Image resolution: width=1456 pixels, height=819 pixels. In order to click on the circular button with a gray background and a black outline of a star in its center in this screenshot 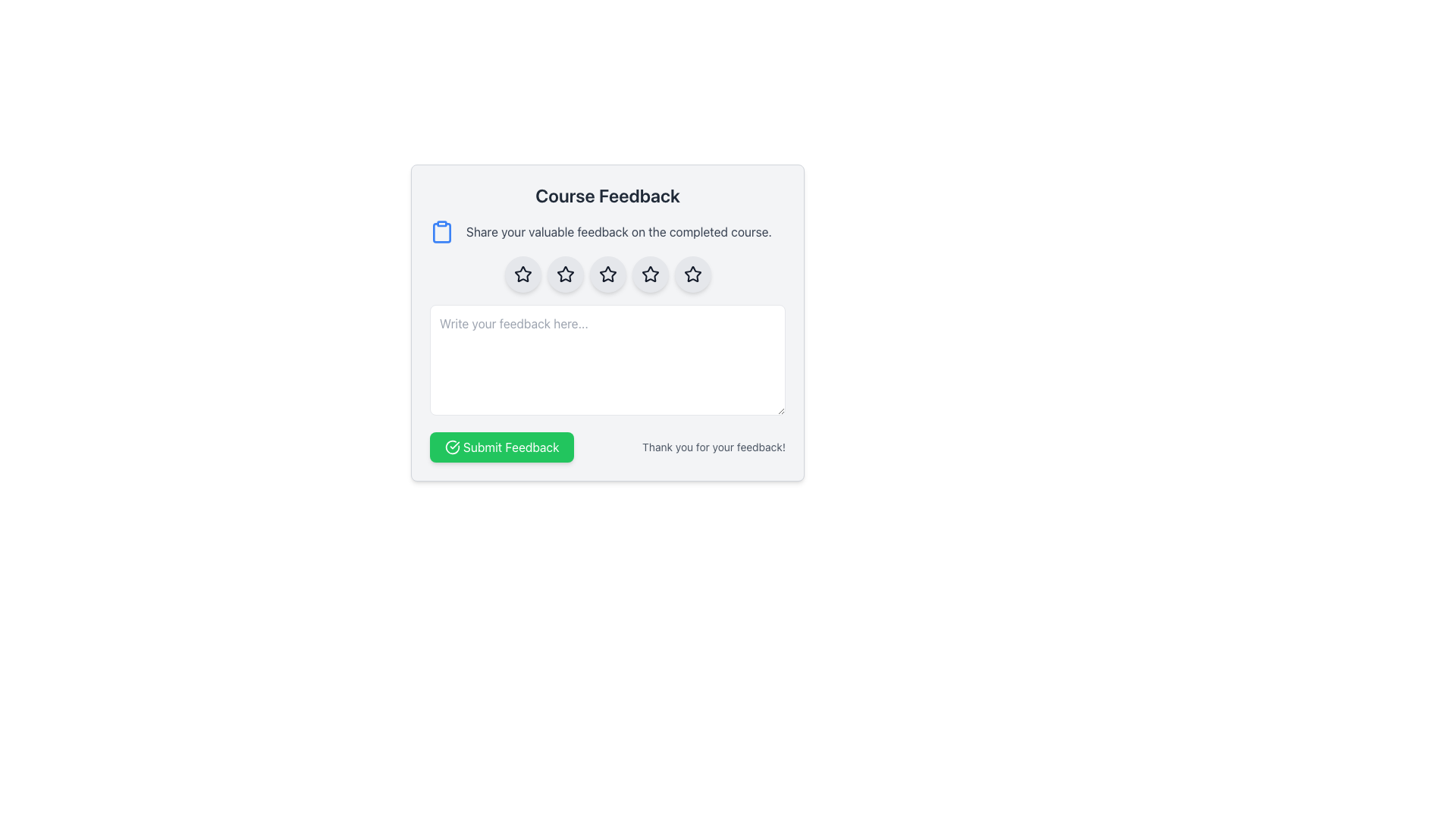, I will do `click(607, 275)`.